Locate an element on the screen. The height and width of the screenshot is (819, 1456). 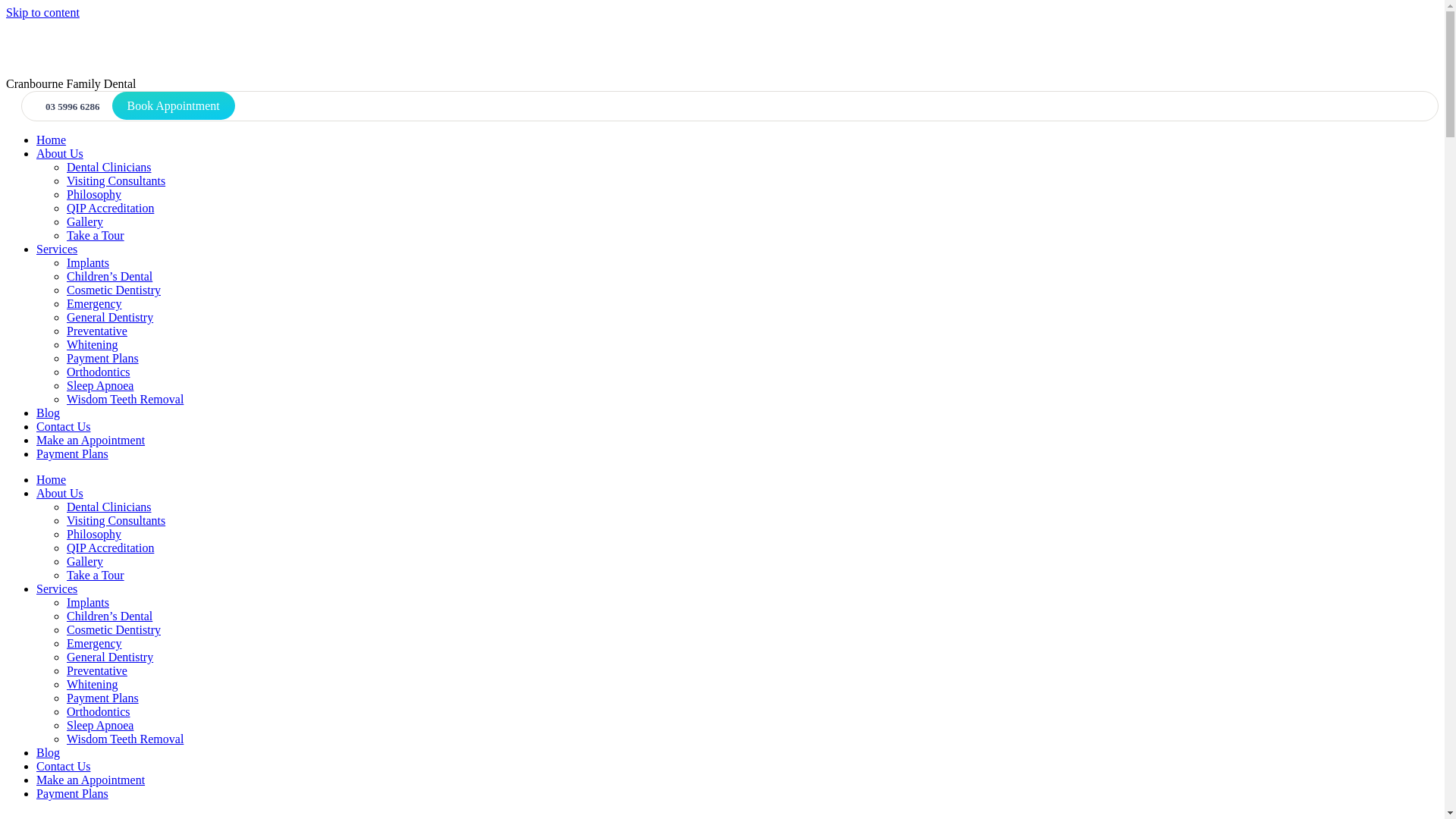
'Implants' is located at coordinates (86, 262).